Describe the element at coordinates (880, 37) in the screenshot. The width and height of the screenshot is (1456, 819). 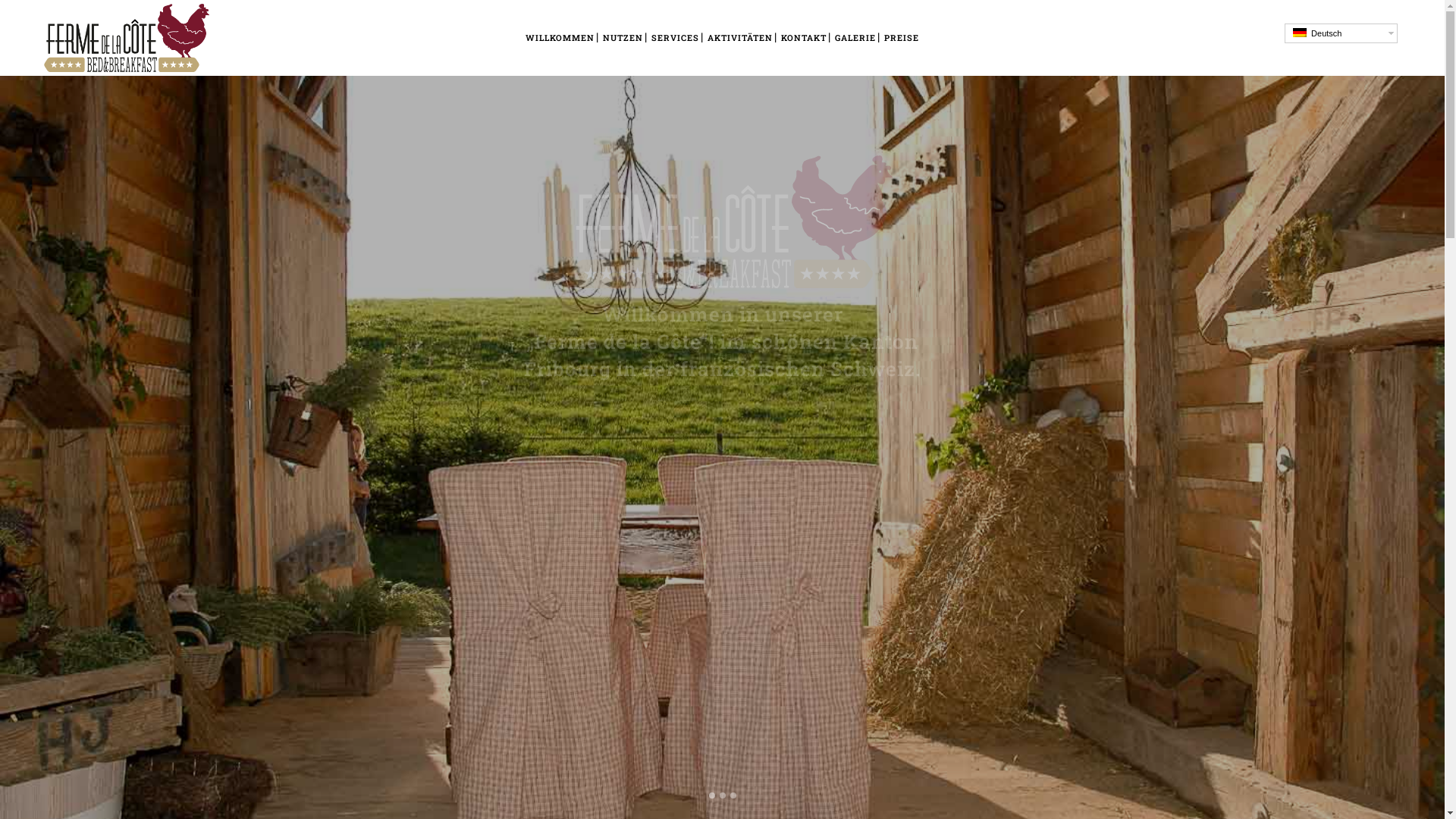
I see `'PREISE'` at that location.